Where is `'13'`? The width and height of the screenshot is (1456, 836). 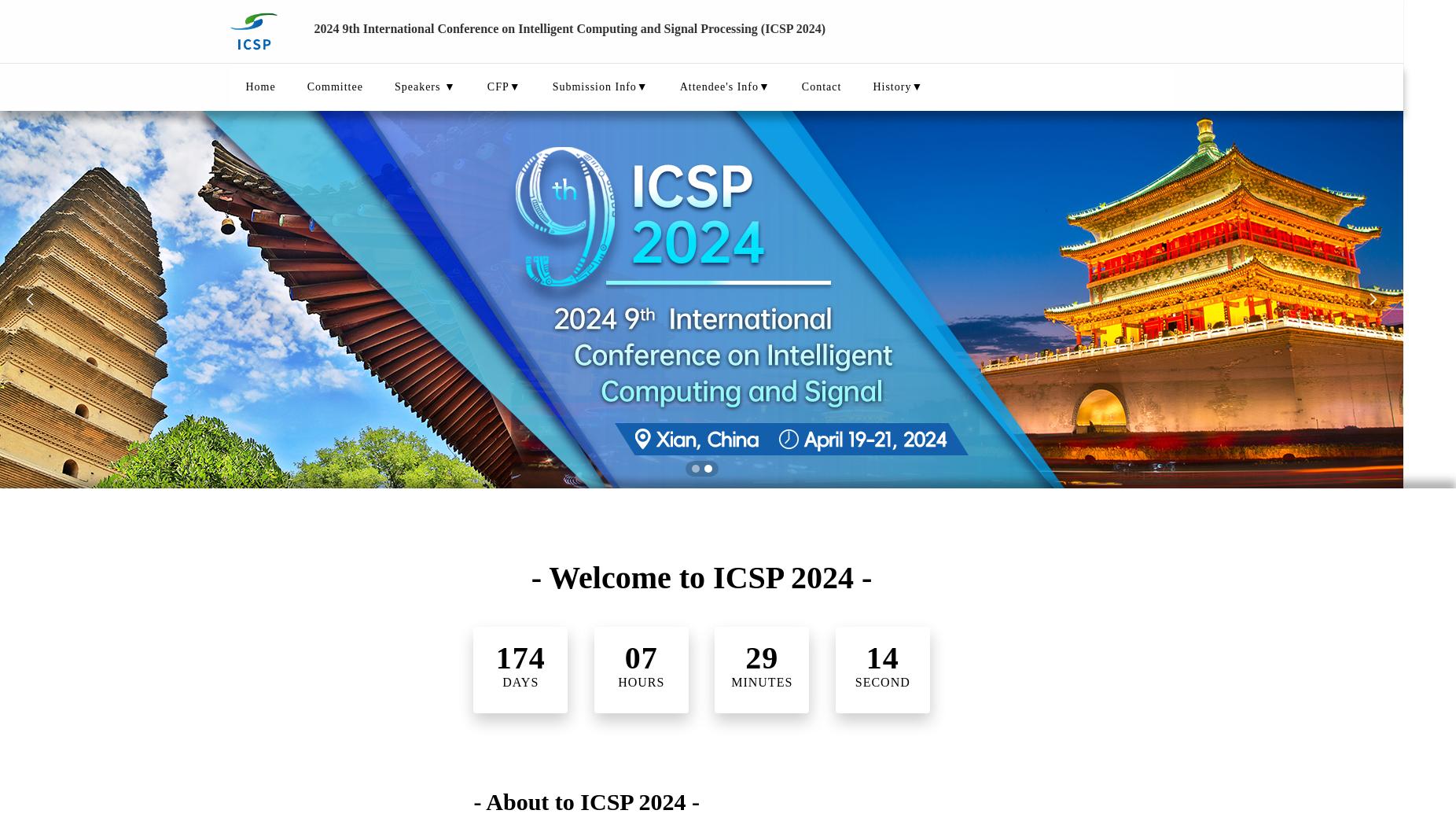 '13' is located at coordinates (881, 657).